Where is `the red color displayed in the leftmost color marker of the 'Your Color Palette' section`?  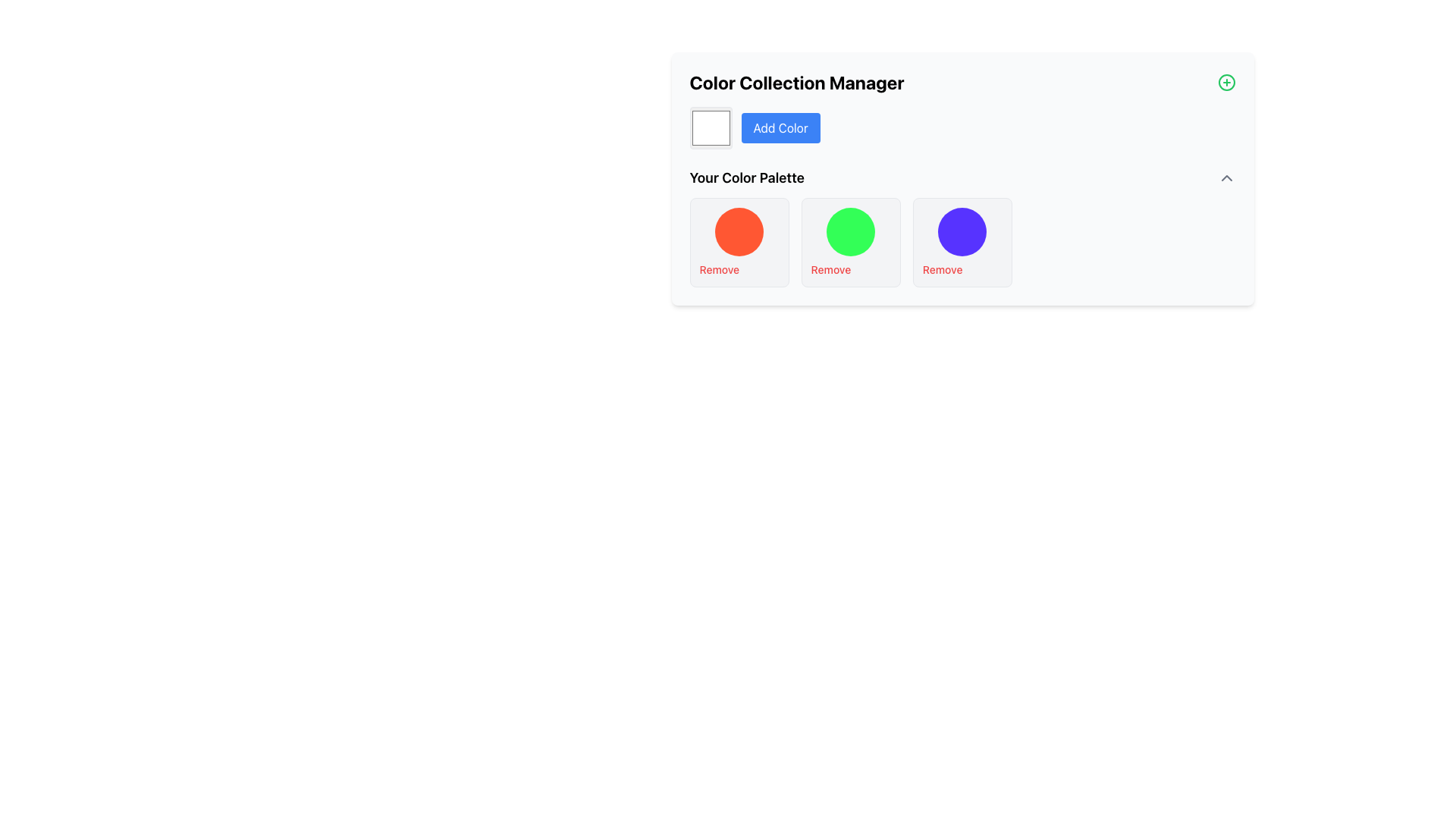 the red color displayed in the leftmost color marker of the 'Your Color Palette' section is located at coordinates (739, 231).